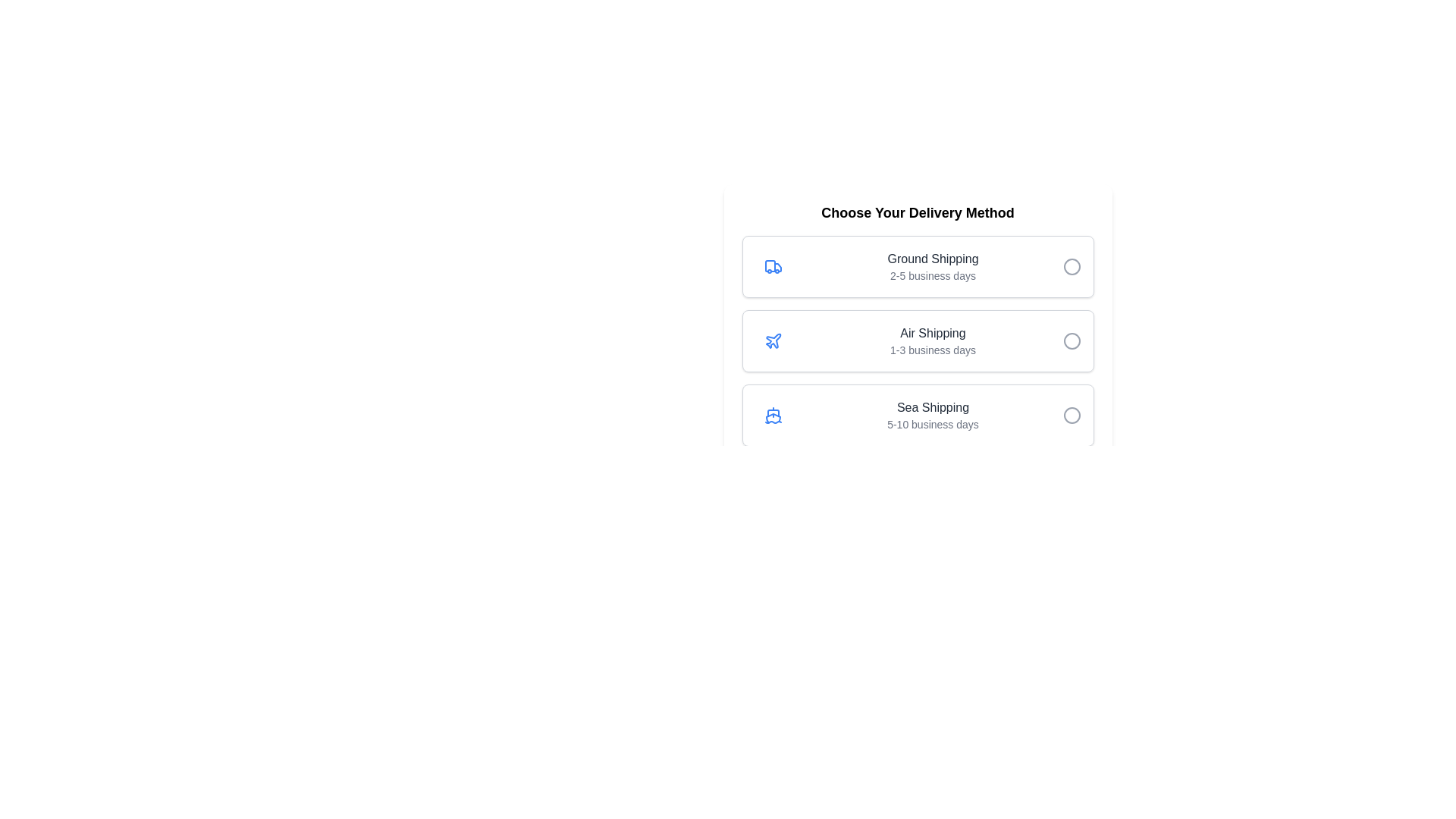  Describe the element at coordinates (932, 332) in the screenshot. I see `the static text label reading 'Air Shipping', which is styled in dark gray and positioned in the middle of the card under 'Choose Your Delivery Method'` at that location.